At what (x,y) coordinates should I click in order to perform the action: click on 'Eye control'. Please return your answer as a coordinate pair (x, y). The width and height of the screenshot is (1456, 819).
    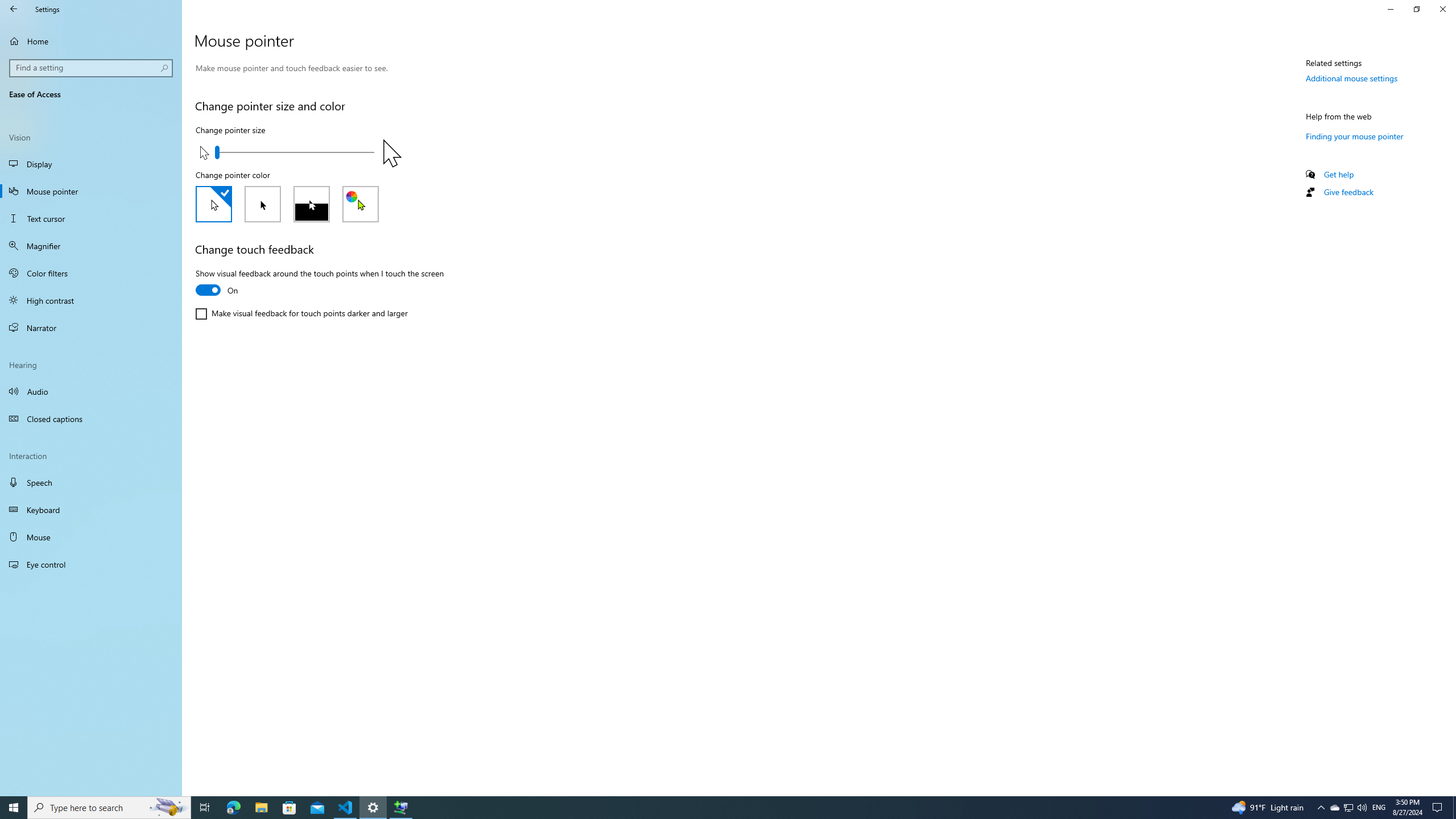
    Looking at the image, I should click on (90, 564).